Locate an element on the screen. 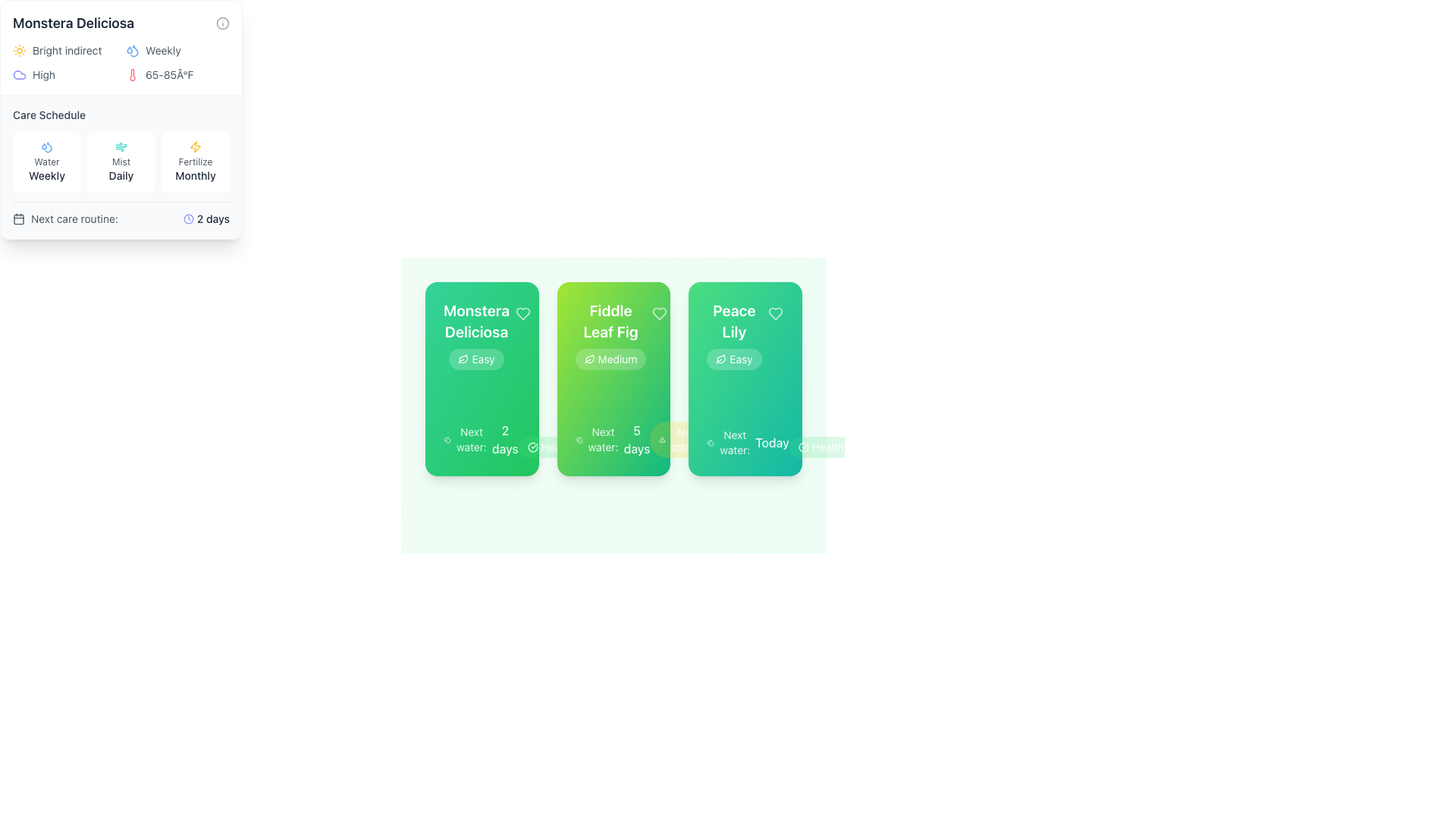  text content that provides information about the next watering schedule for the associated plant, which is located at the center of the bottom section of the middle card among three visible cards is located at coordinates (613, 439).